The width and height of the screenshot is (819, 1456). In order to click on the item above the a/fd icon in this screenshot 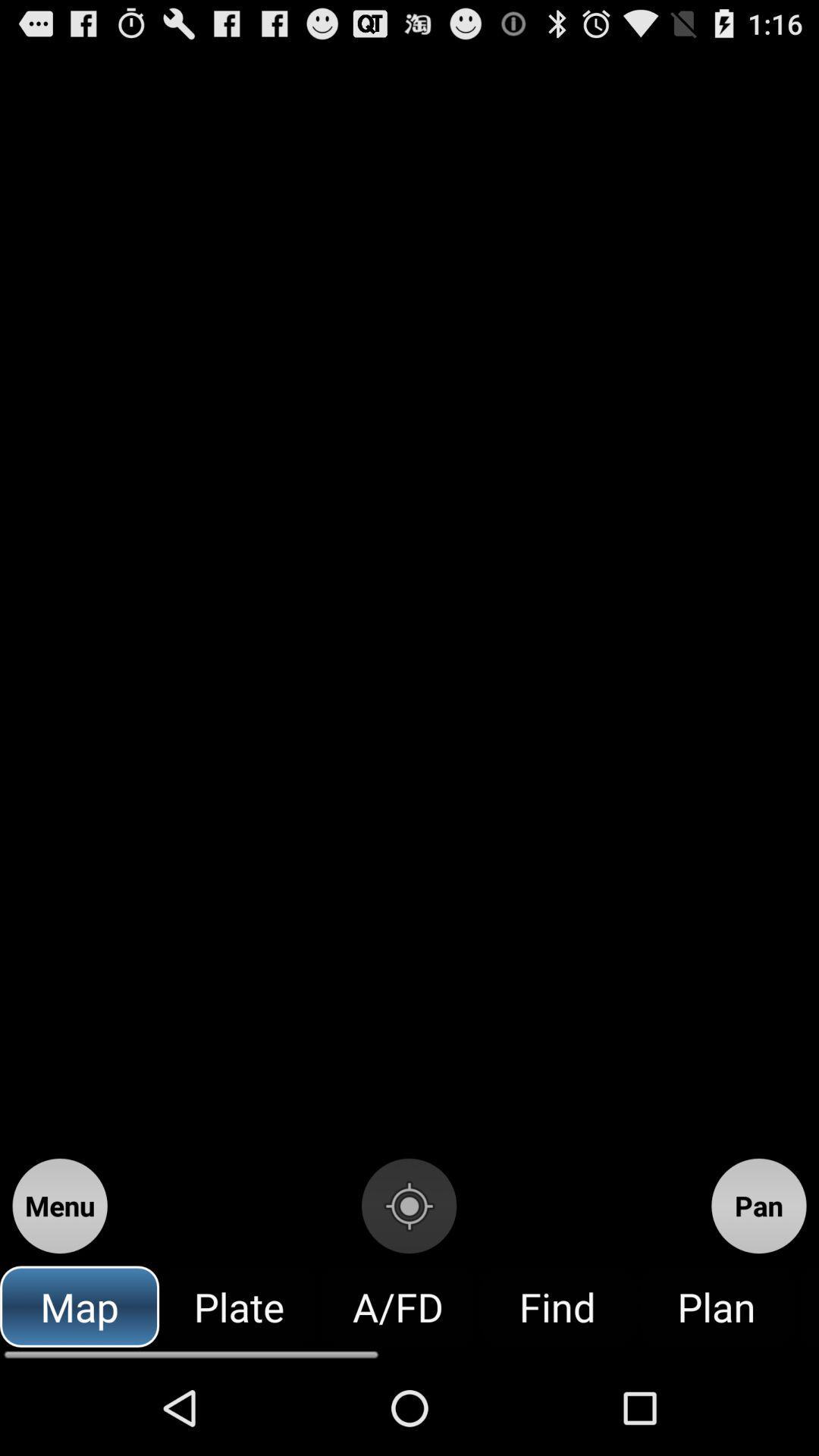, I will do `click(408, 1205)`.